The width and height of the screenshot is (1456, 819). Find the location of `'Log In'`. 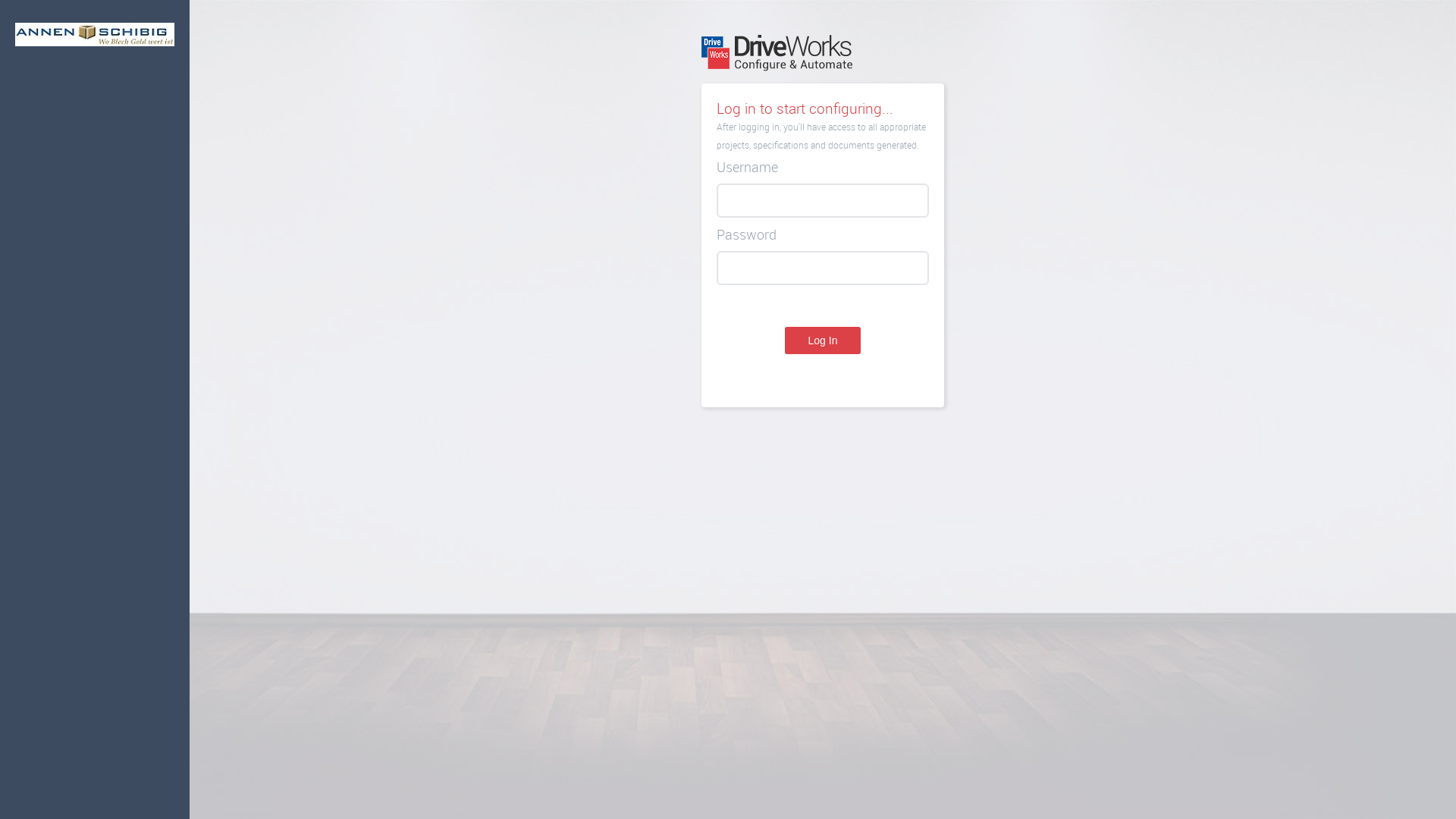

'Log In' is located at coordinates (785, 339).